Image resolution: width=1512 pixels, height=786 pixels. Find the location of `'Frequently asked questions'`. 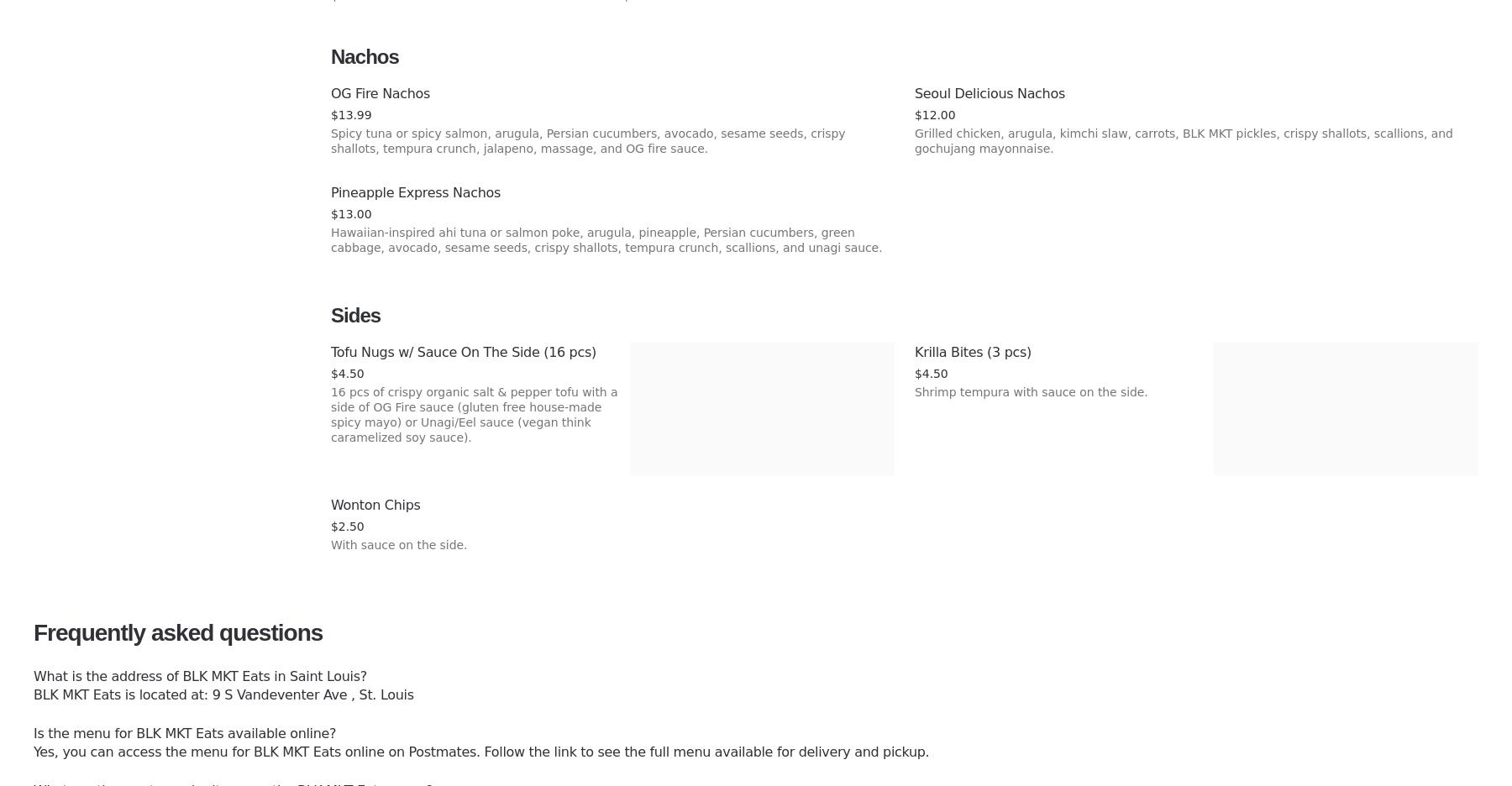

'Frequently asked questions' is located at coordinates (178, 632).